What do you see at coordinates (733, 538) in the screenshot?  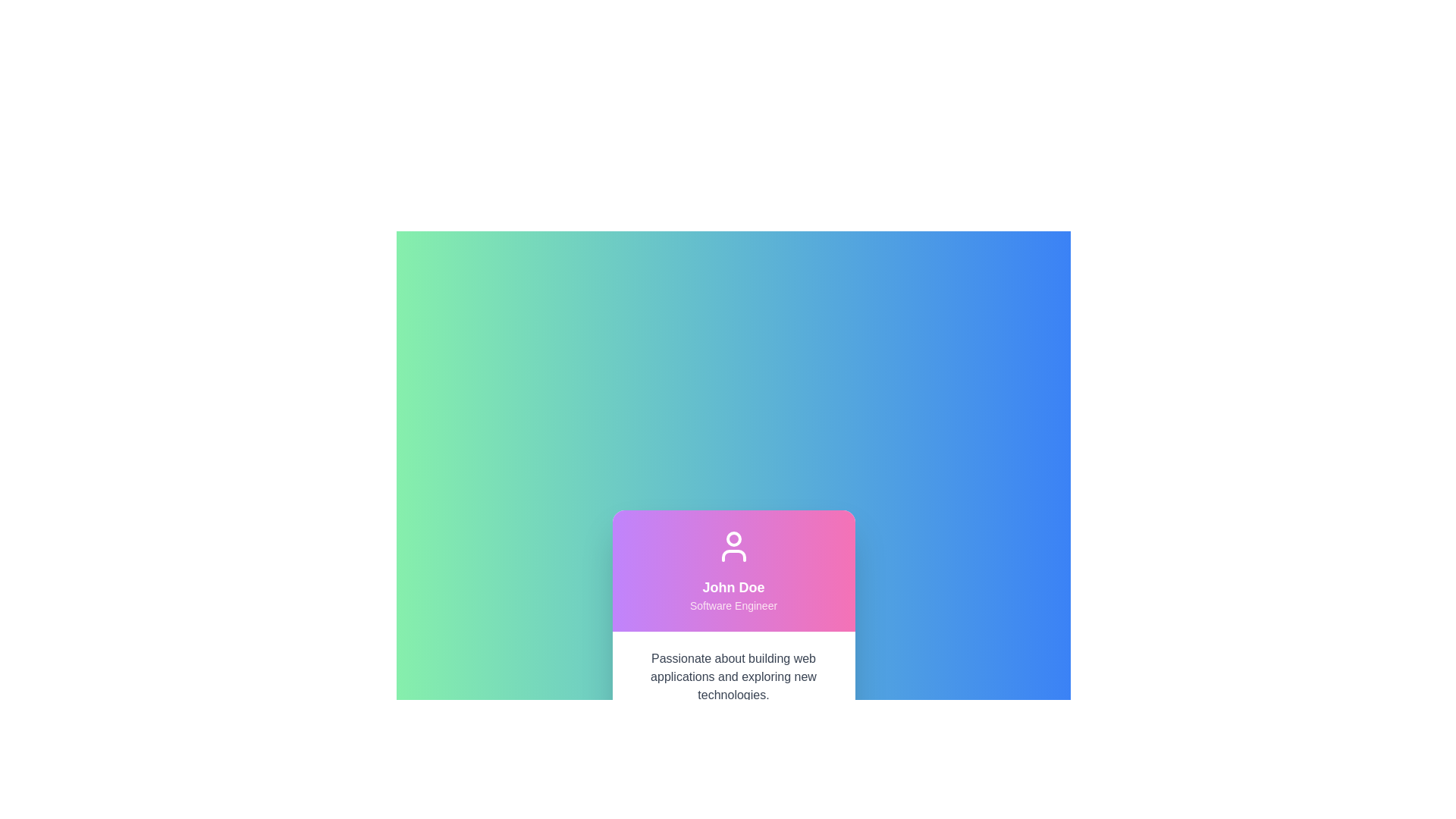 I see `the small circular graphical element located centrally within the user avatar icon on the top center of the rectangular card` at bounding box center [733, 538].